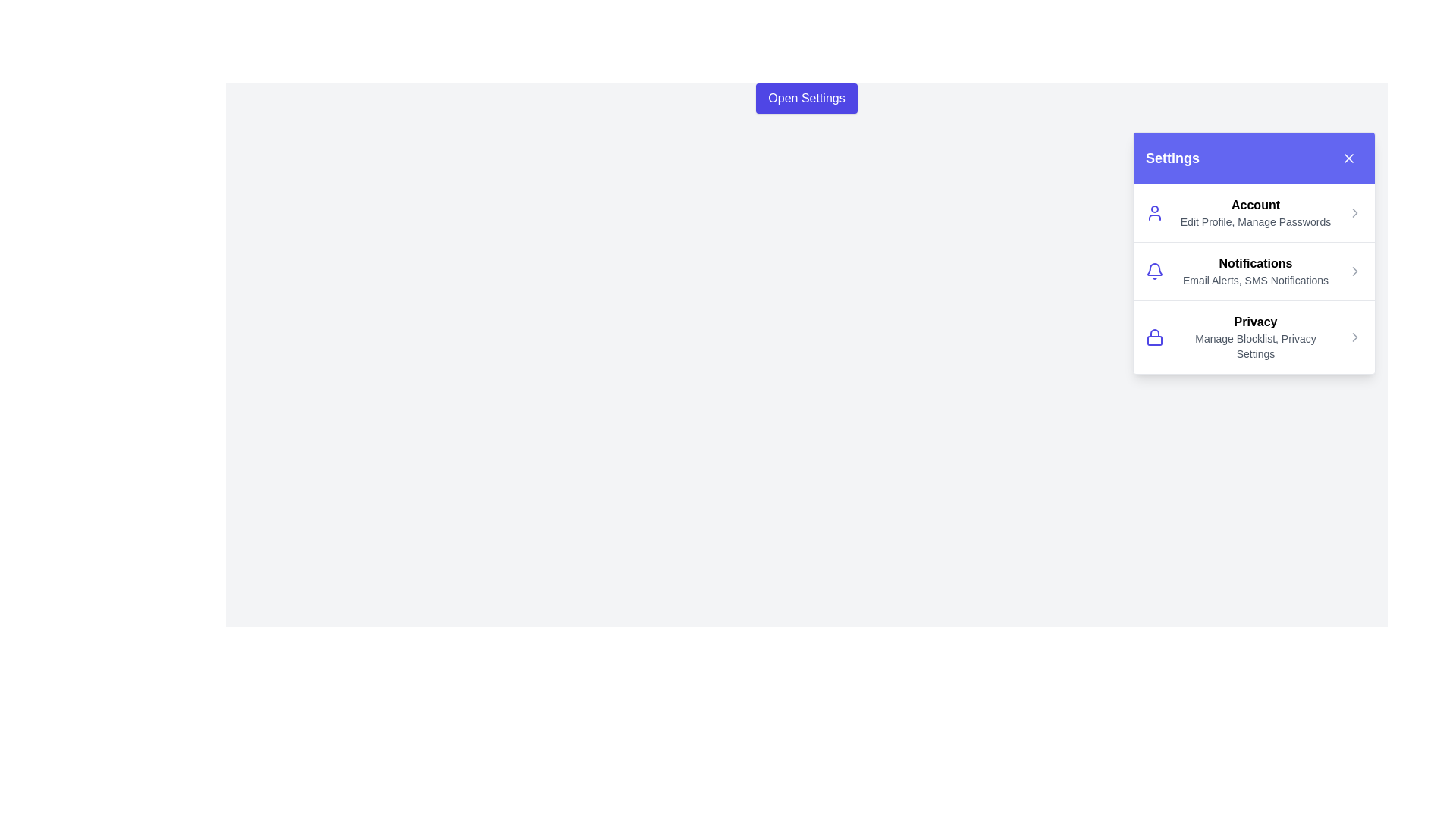  I want to click on the descriptive text label for 'Privacy' settings, which provides additional information about blocklist and privacy management, located underneath the bolded title 'Privacy', so click(1256, 346).